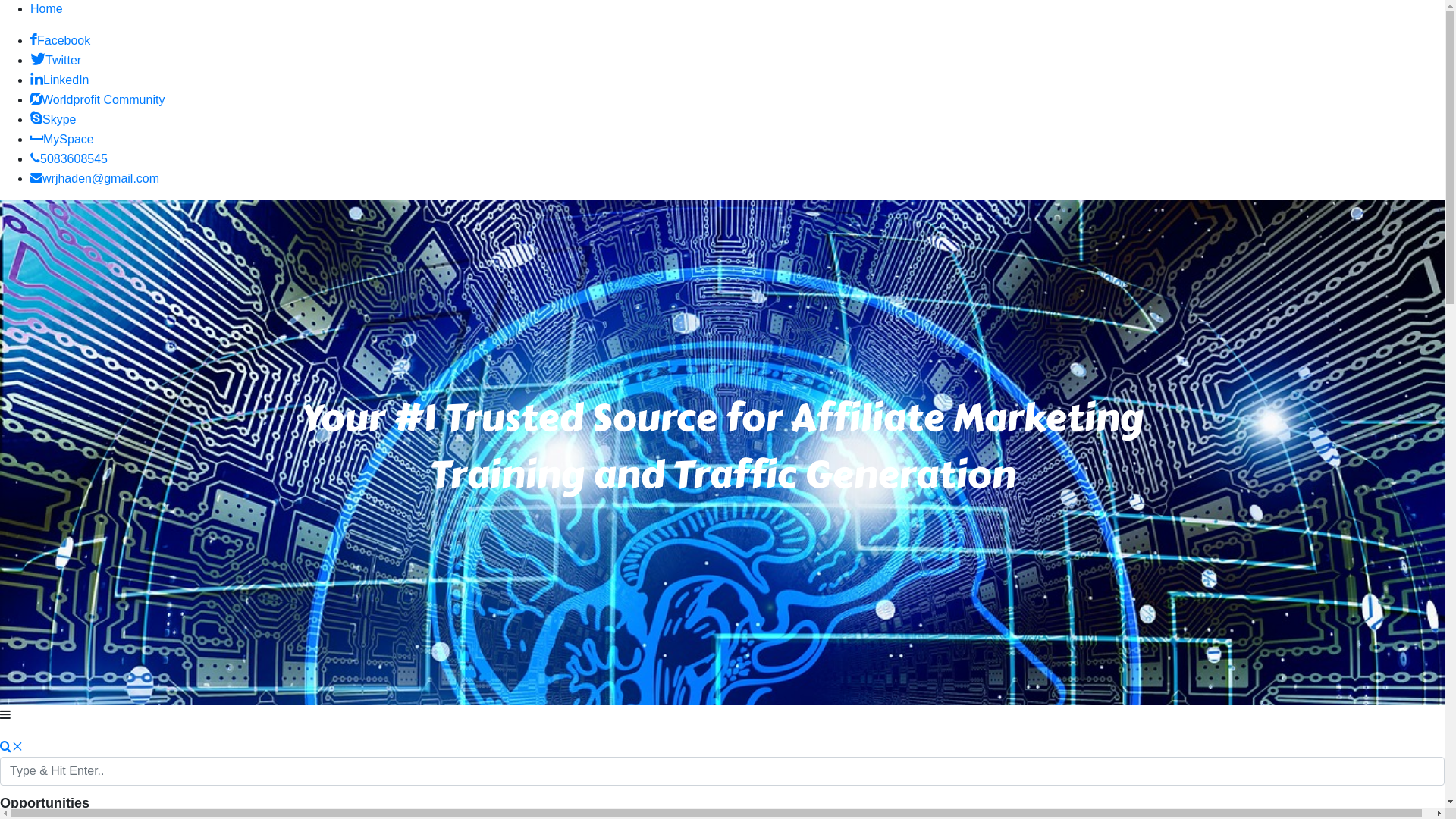 Image resolution: width=1456 pixels, height=819 pixels. I want to click on 'Skype', so click(53, 118).